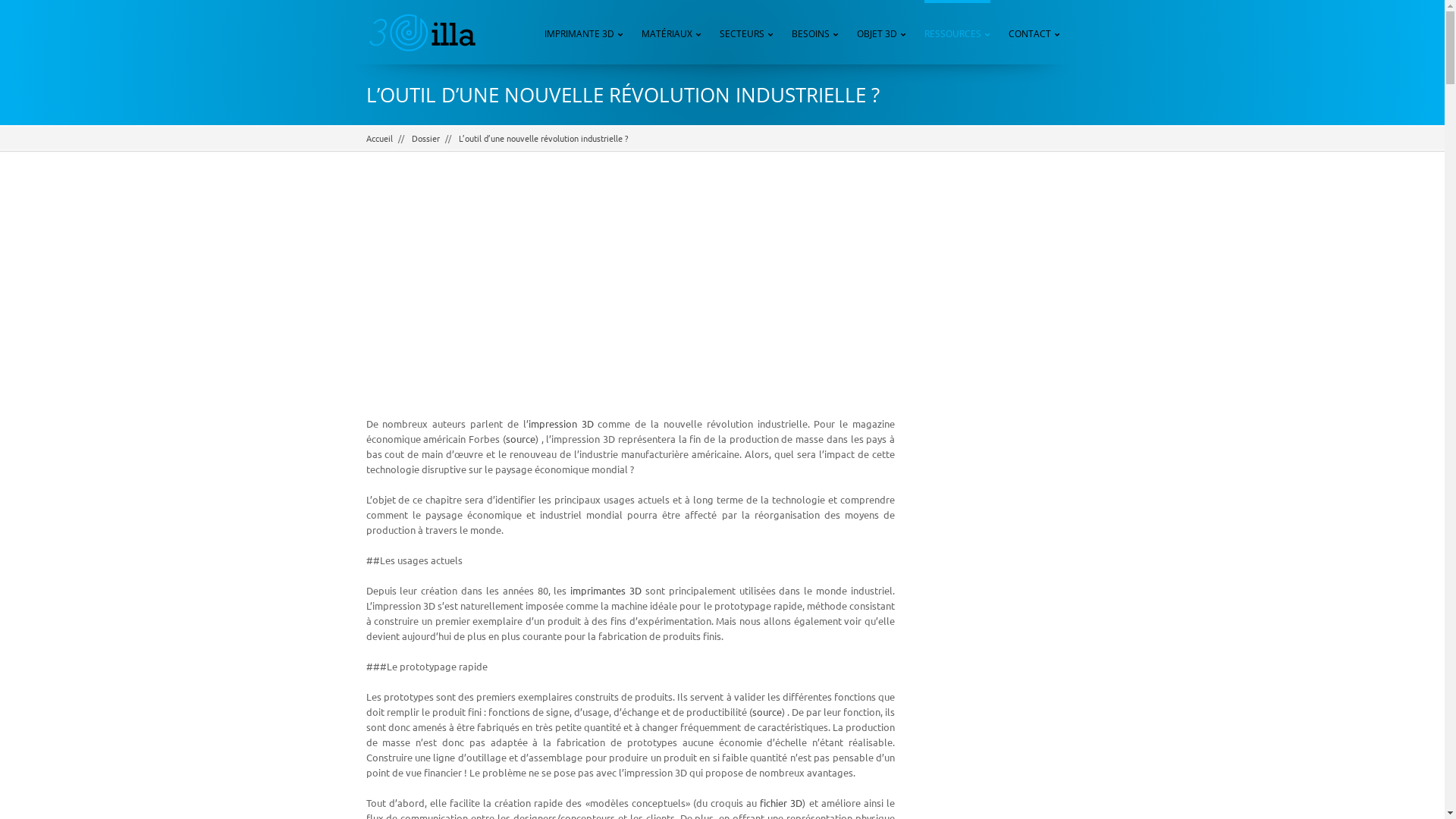 The height and width of the screenshot is (819, 1456). Describe the element at coordinates (881, 32) in the screenshot. I see `'OBJET 3D'` at that location.